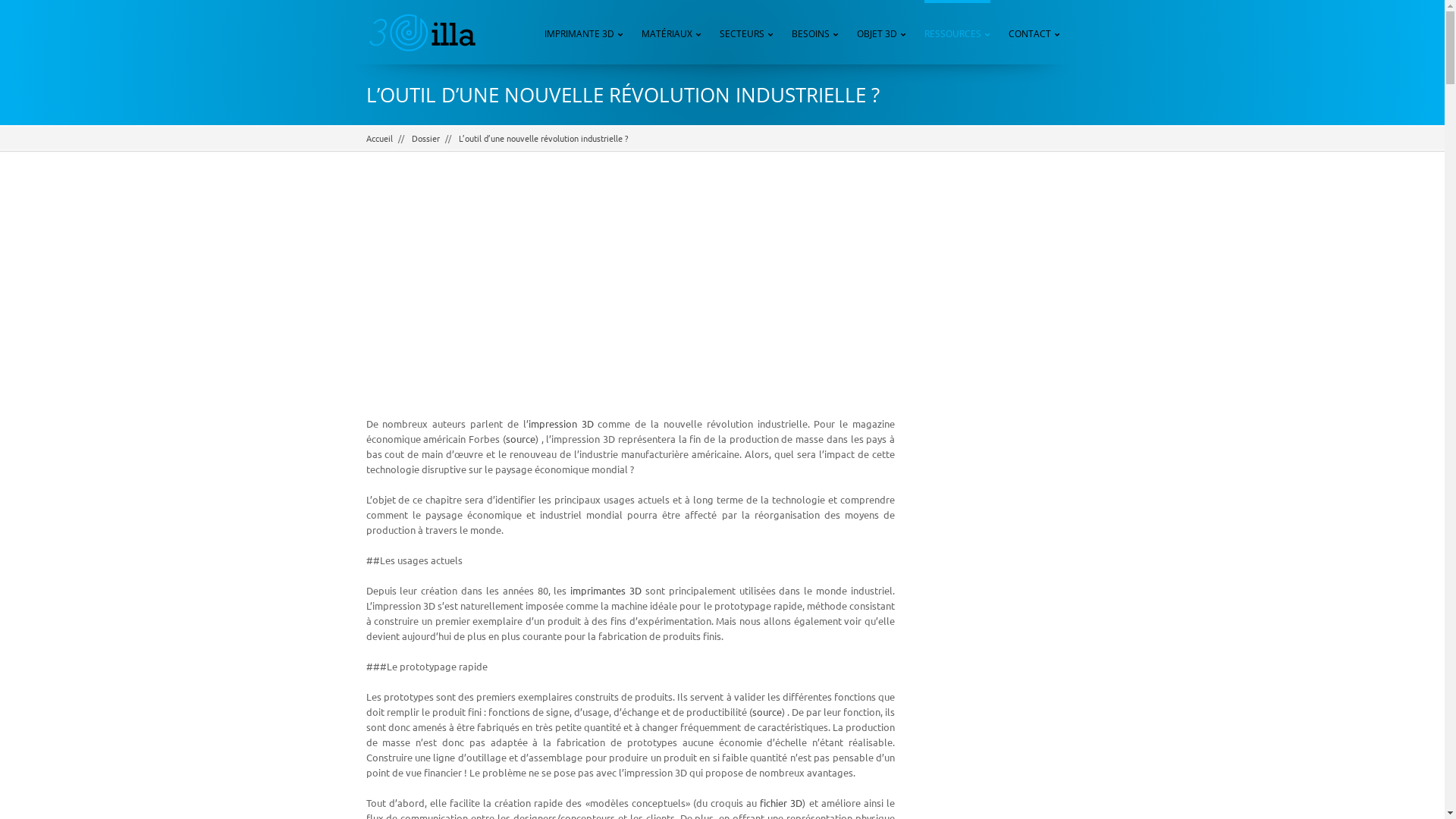 The height and width of the screenshot is (819, 1456). Describe the element at coordinates (881, 32) in the screenshot. I see `'OBJET 3D'` at that location.